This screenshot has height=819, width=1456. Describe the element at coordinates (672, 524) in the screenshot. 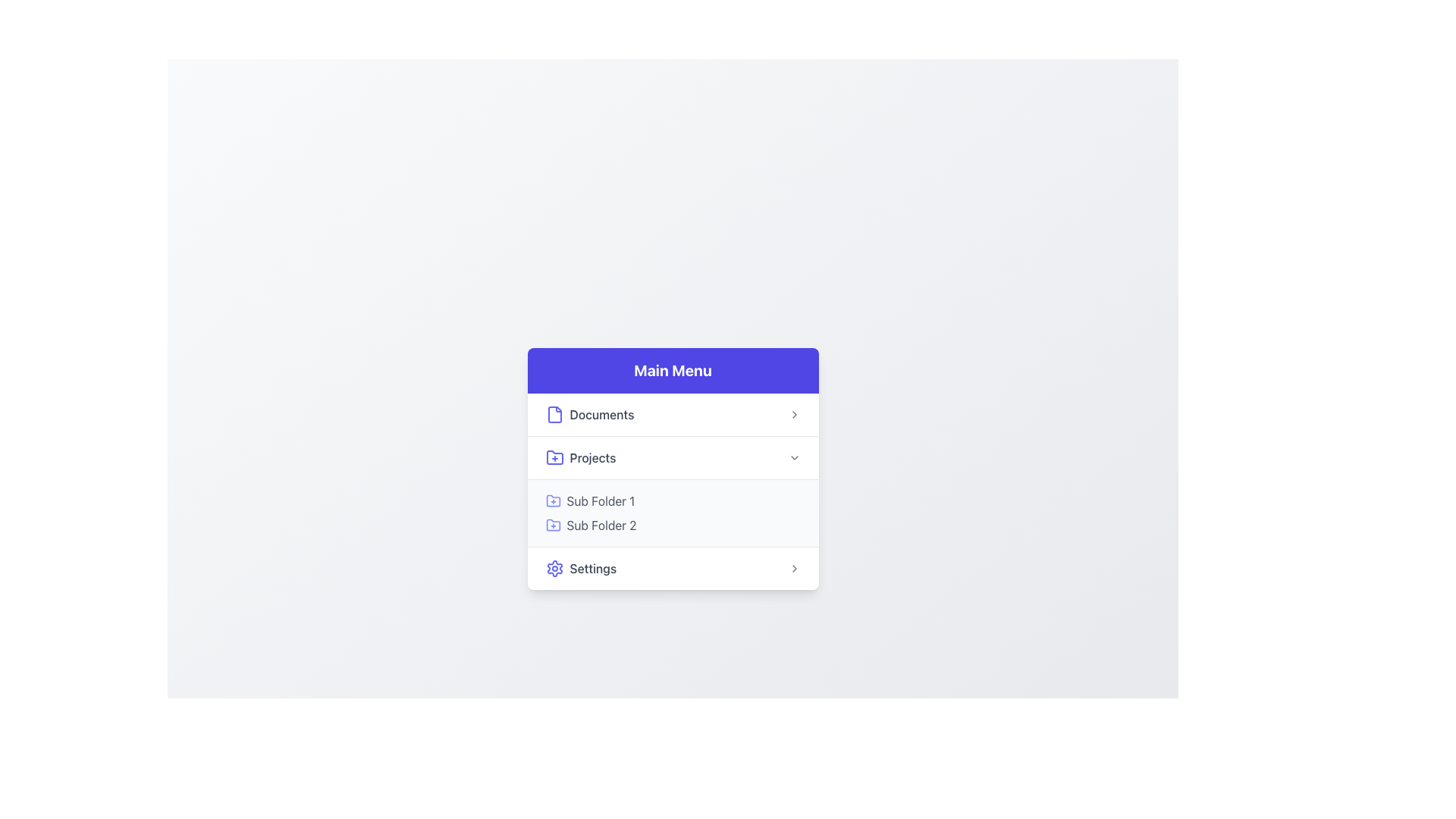

I see `the second menu item under 'Projects'` at that location.